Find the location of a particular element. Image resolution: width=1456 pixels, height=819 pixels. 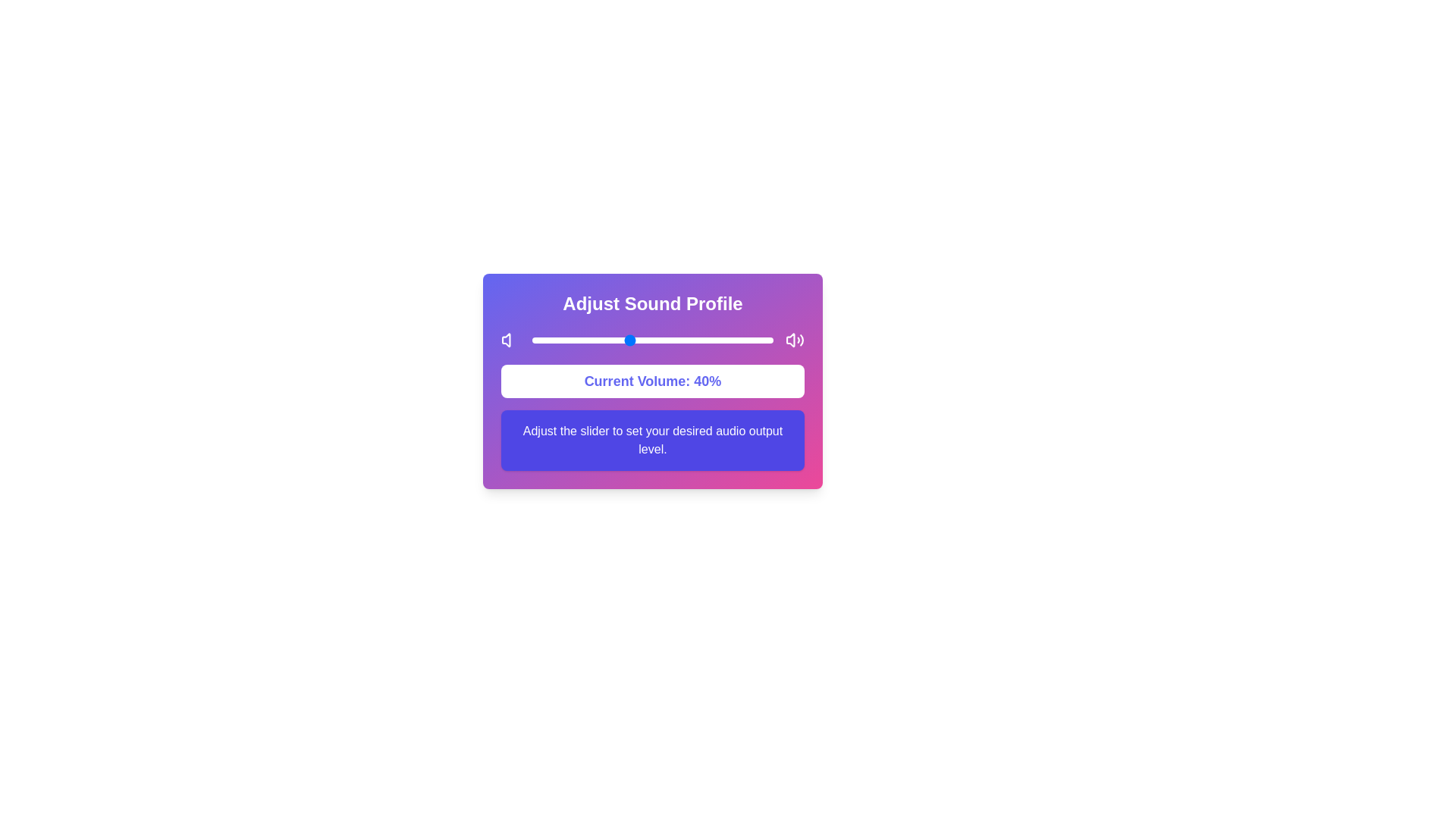

the slider to set the sound level to 78 is located at coordinates (719, 339).